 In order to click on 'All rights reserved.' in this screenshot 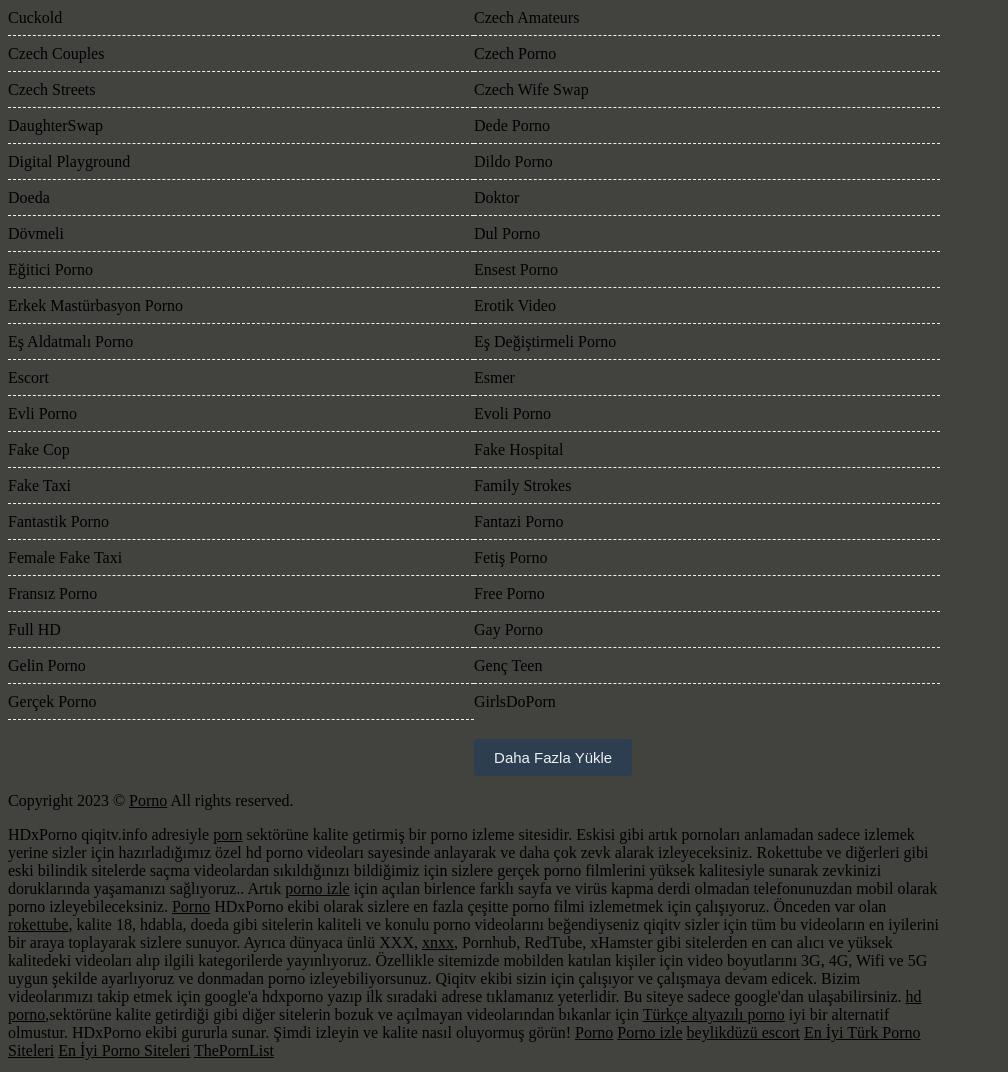, I will do `click(167, 800)`.